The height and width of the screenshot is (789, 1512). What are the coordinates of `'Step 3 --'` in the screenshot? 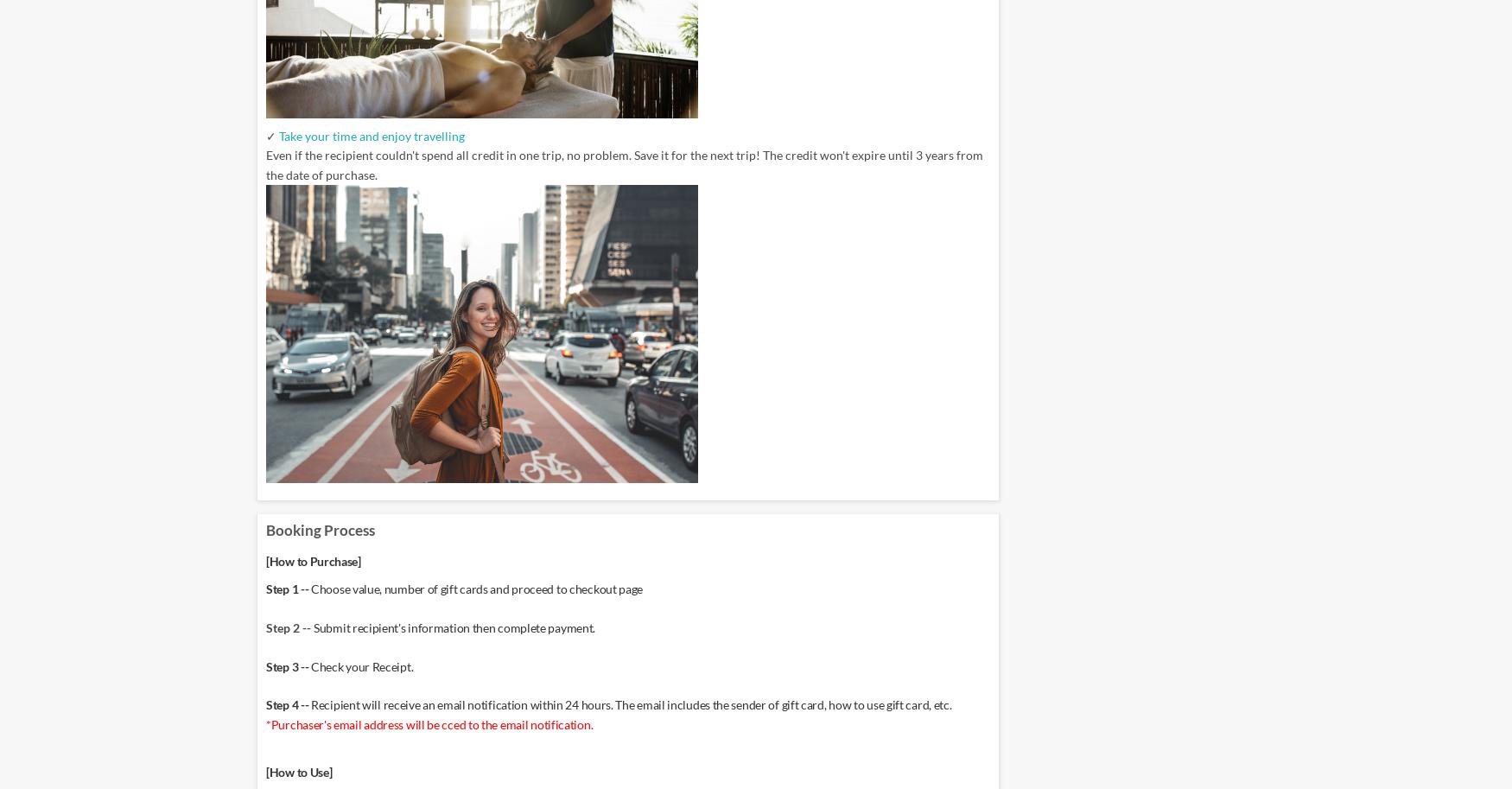 It's located at (265, 665).